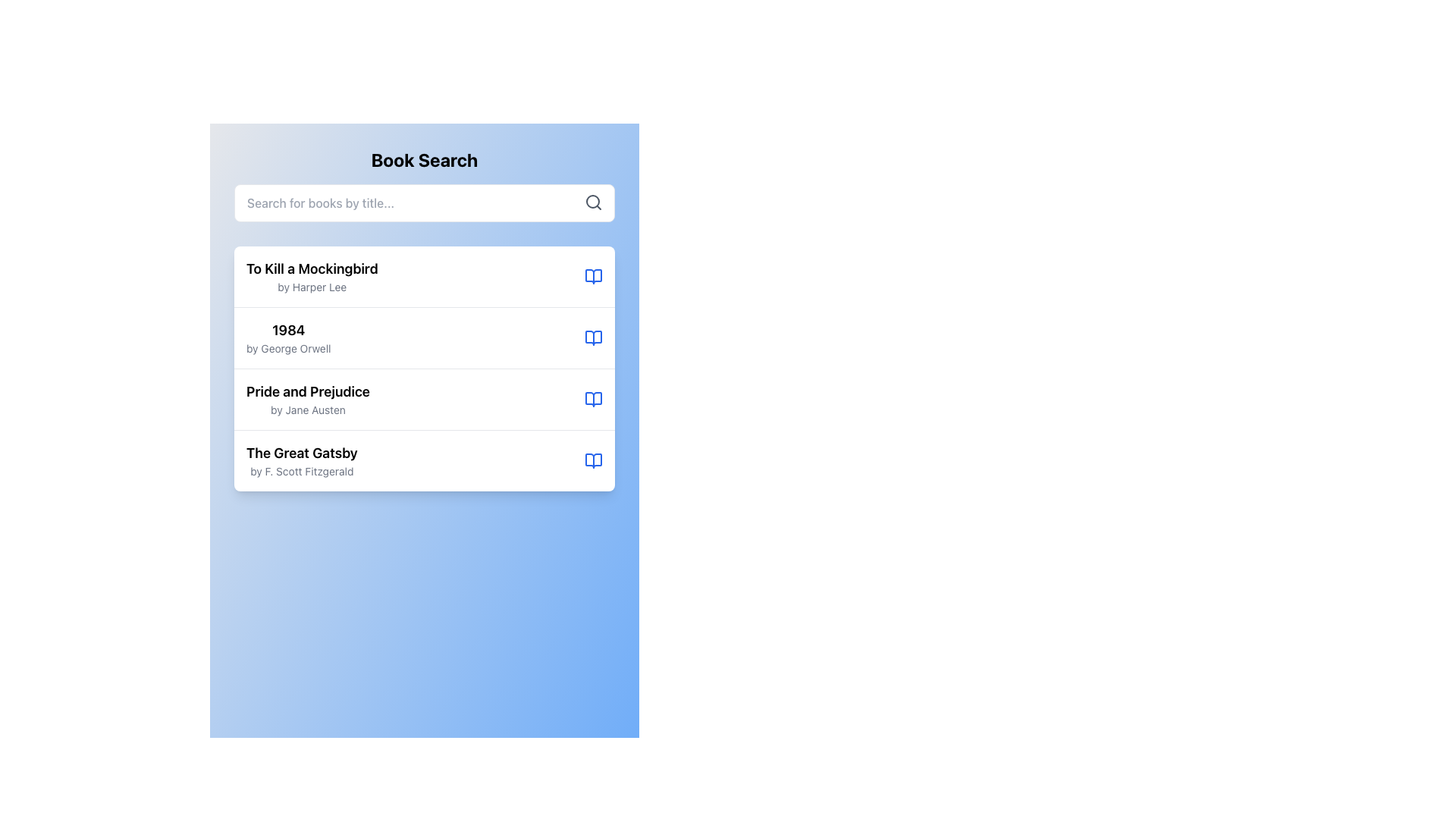  Describe the element at coordinates (592, 460) in the screenshot. I see `the blue open book icon located at the bottom-right corner of the list item for 'The Great Gatsby' by F. Scott Fitzgerald to interact with it` at that location.